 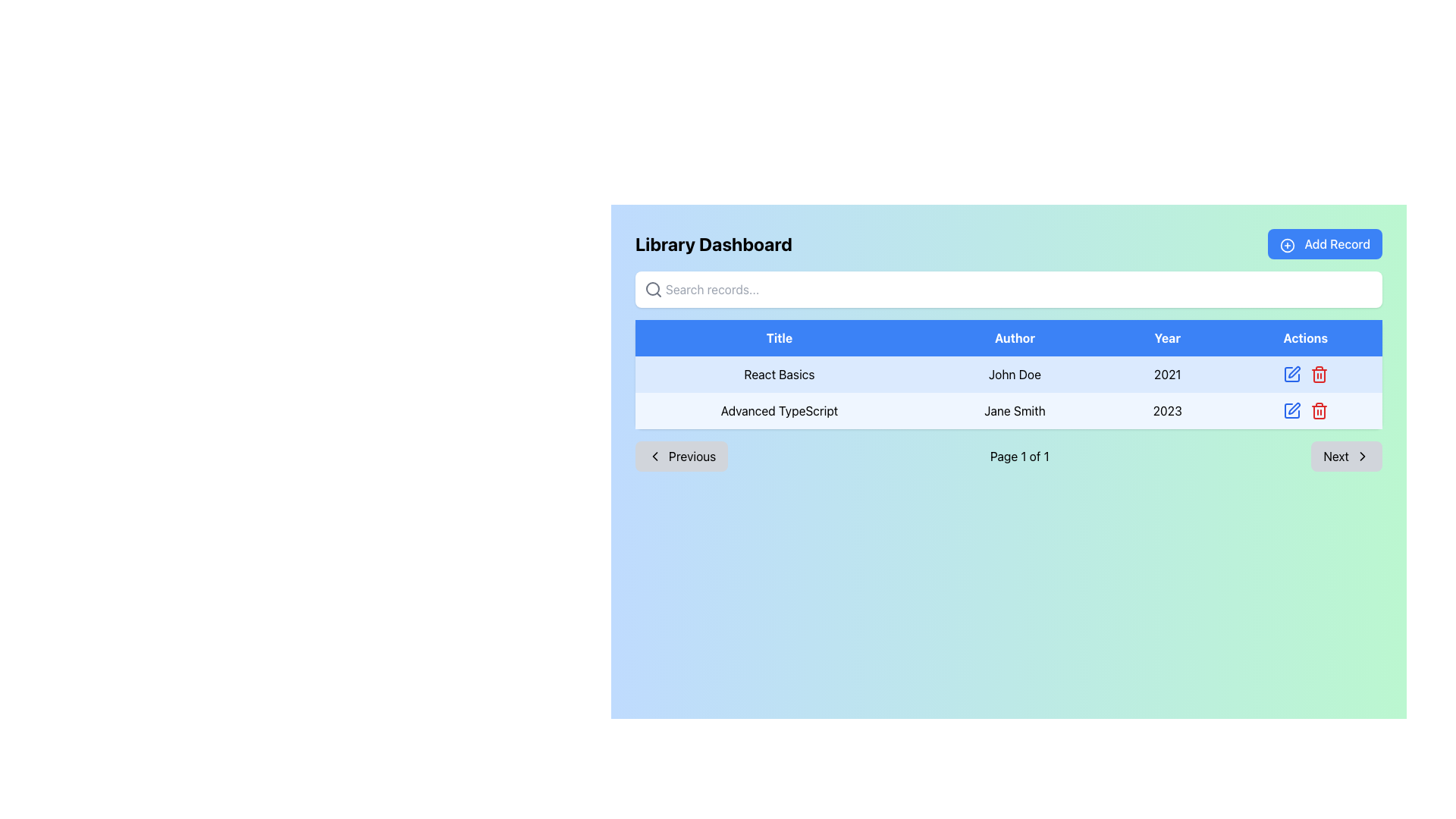 What do you see at coordinates (1291, 374) in the screenshot?
I see `the 'Edit' button, which is a rectangular icon with rounded corners located in the 'Actions' column of the table's last row` at bounding box center [1291, 374].